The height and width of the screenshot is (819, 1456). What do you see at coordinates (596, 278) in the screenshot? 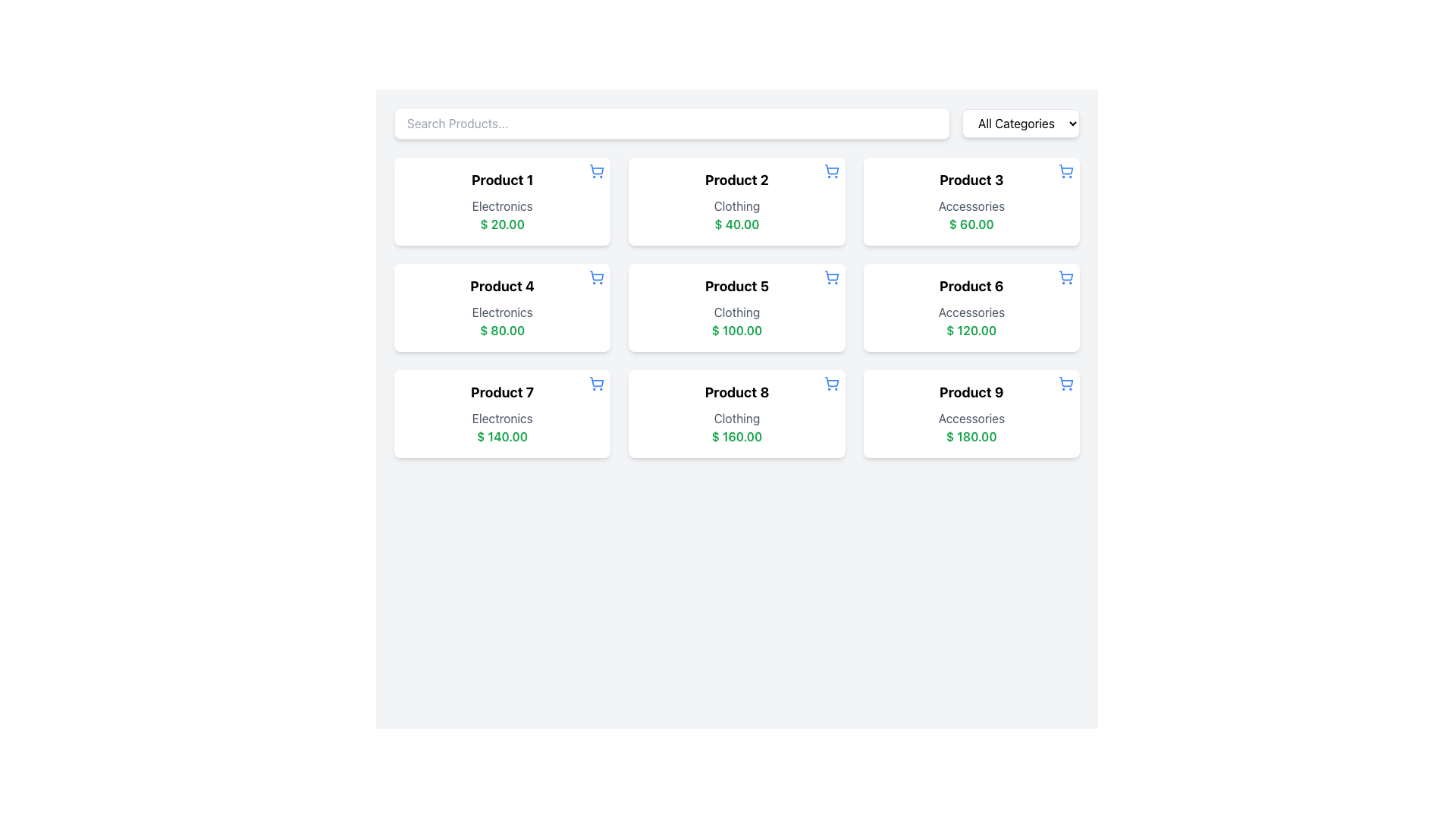
I see `the 'Add to Cart' button for 'Product 4'` at bounding box center [596, 278].